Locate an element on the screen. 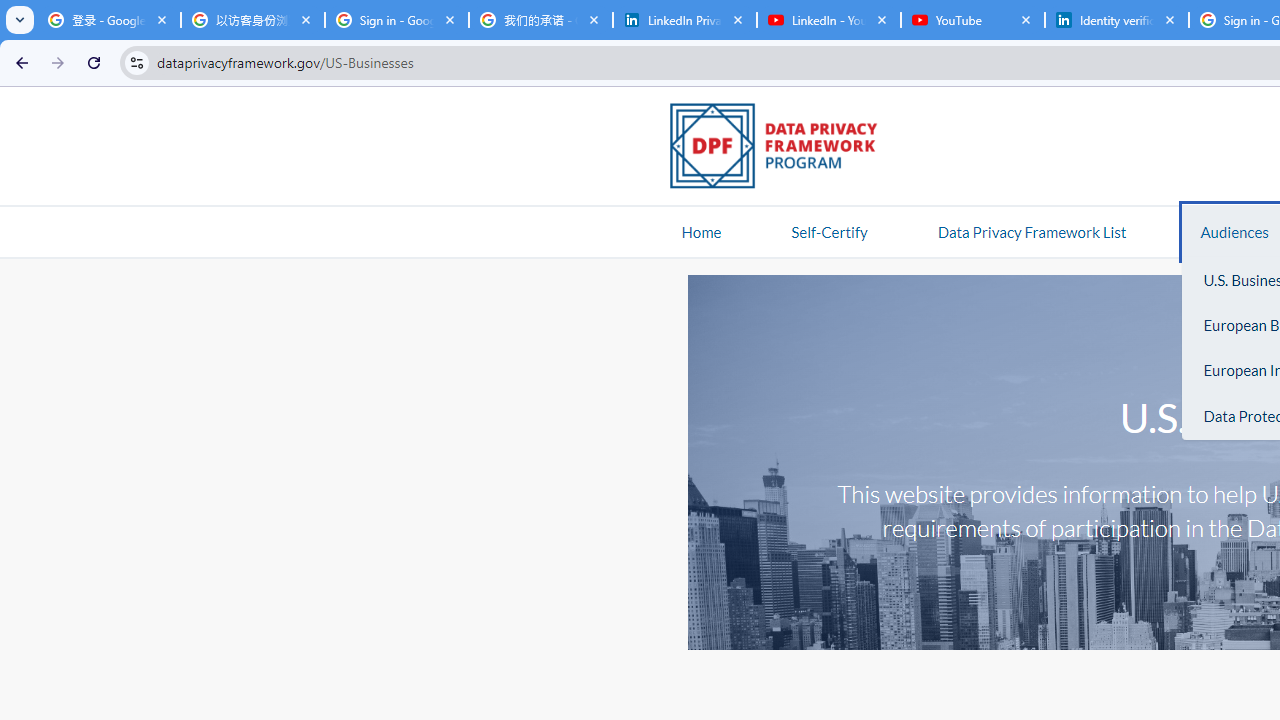 This screenshot has height=720, width=1280. 'YouTube' is located at coordinates (972, 20).